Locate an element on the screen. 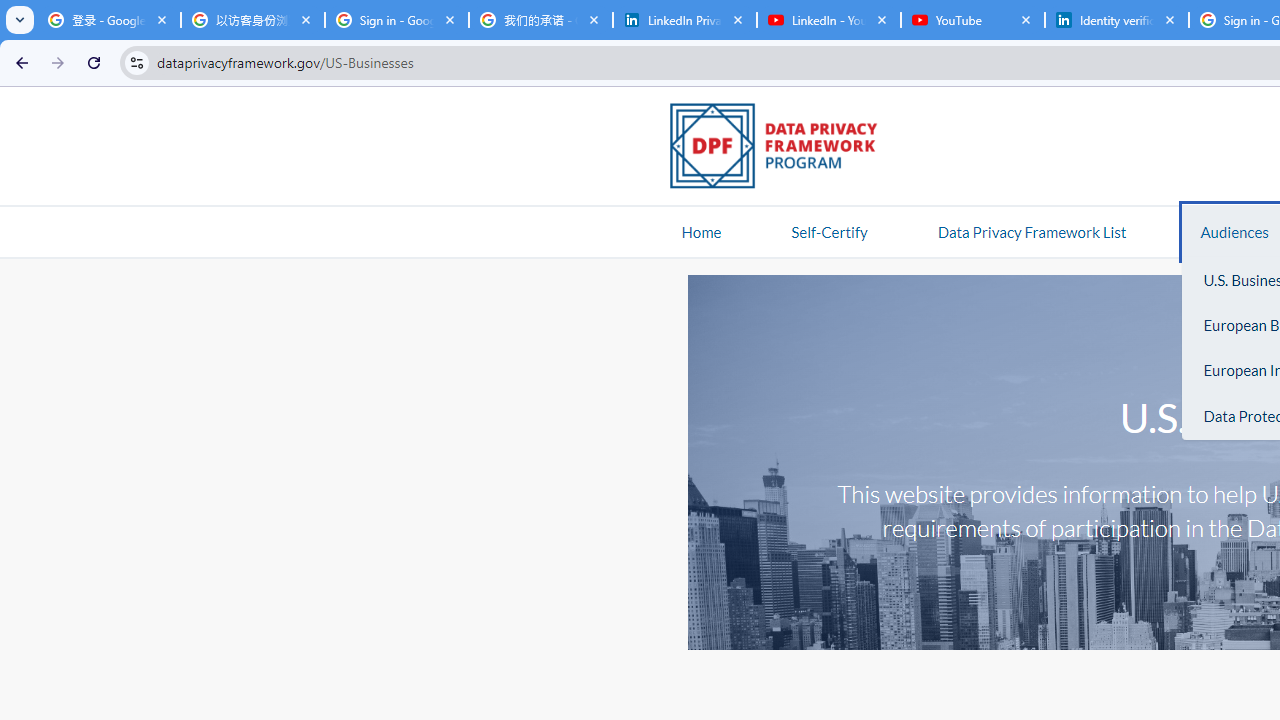 This screenshot has height=720, width=1280. 'YouTube' is located at coordinates (972, 20).